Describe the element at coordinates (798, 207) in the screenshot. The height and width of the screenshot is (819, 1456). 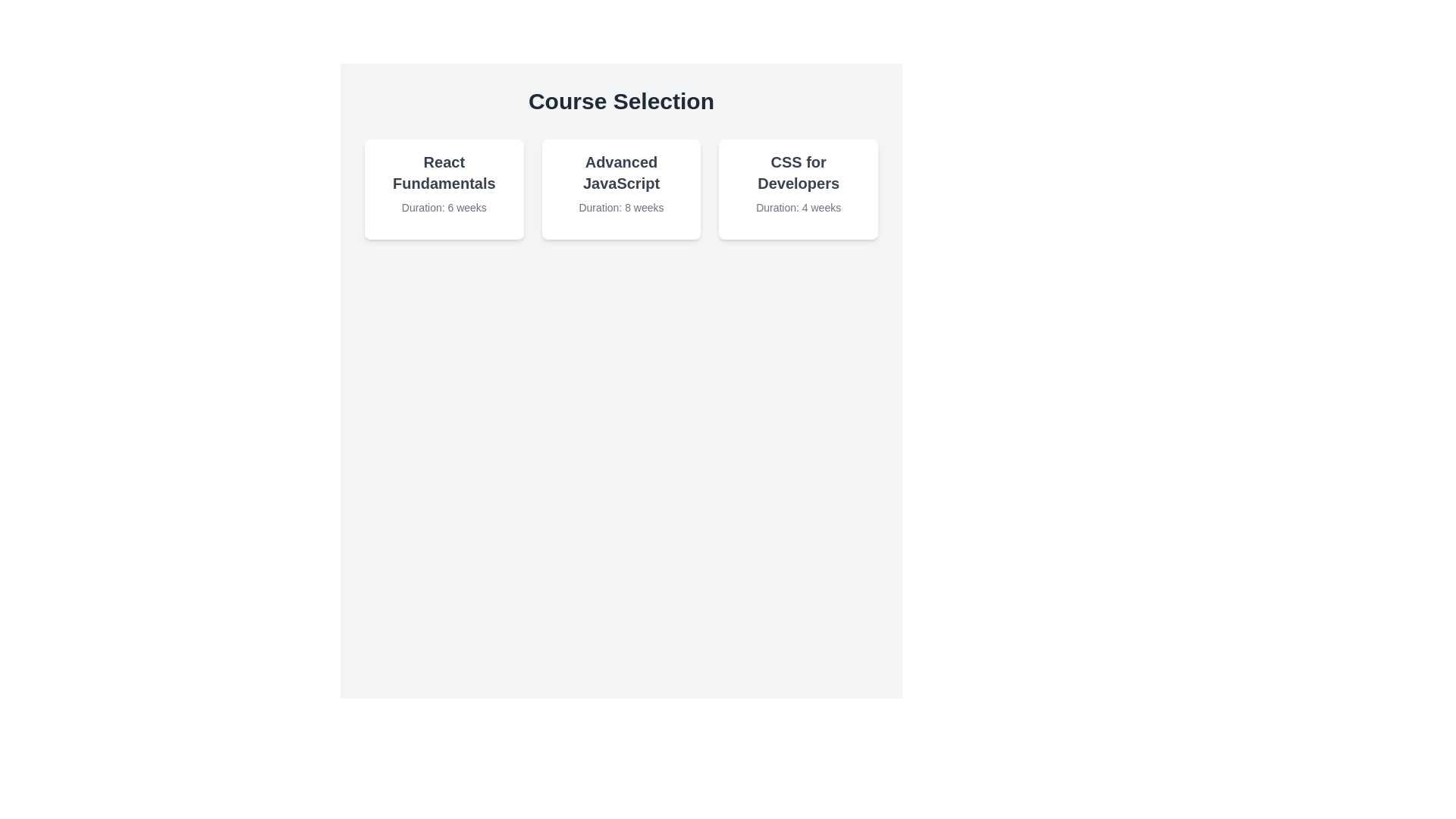
I see `duration information from the Text label indicating '4 weeks', located at the bottom of the course card for 'CSS for Developers'` at that location.